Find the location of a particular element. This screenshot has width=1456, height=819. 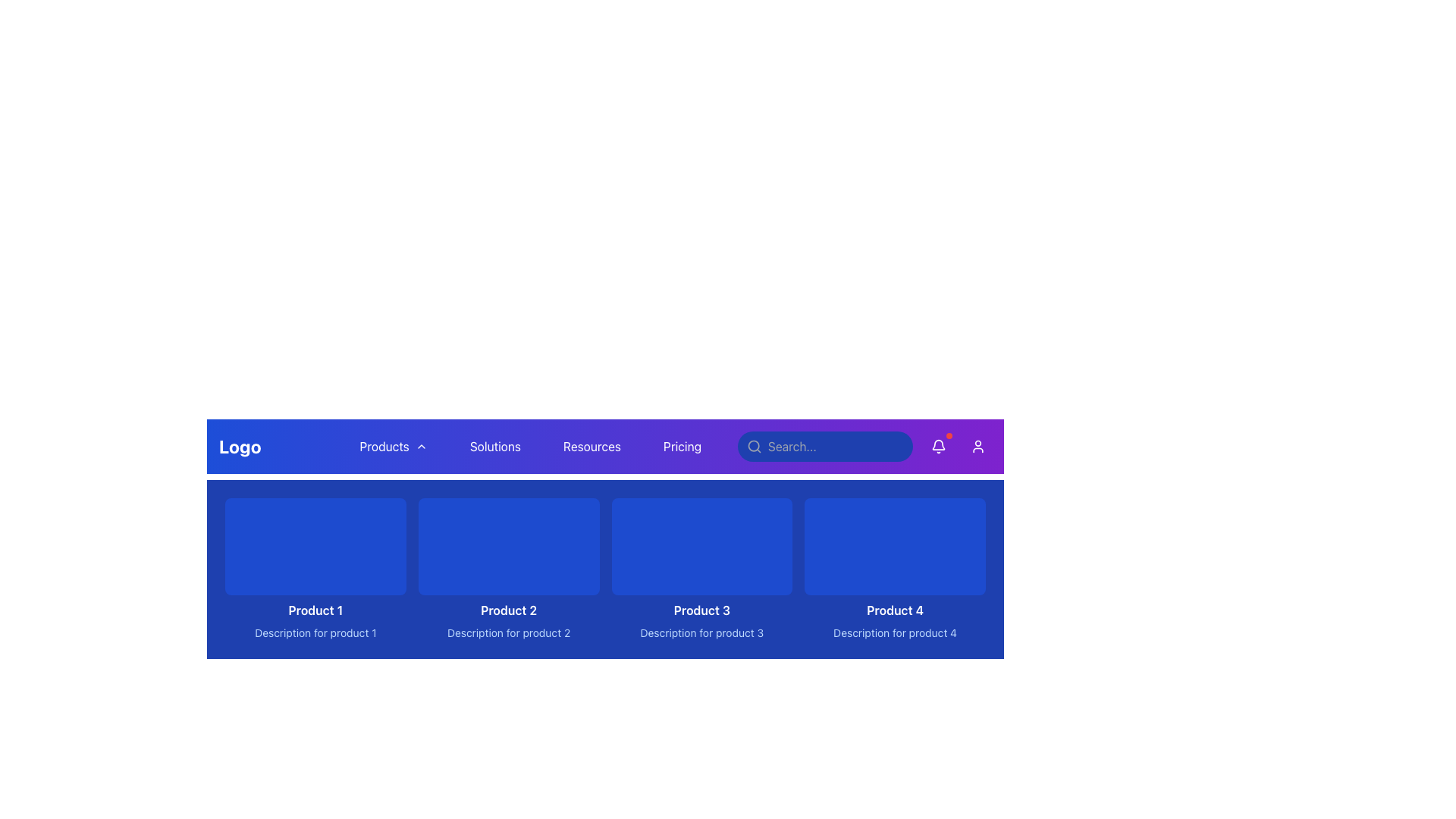

the animated blue rectangular graphical box with rounded corners located in the fourth product card under 'Product 4' is located at coordinates (895, 547).